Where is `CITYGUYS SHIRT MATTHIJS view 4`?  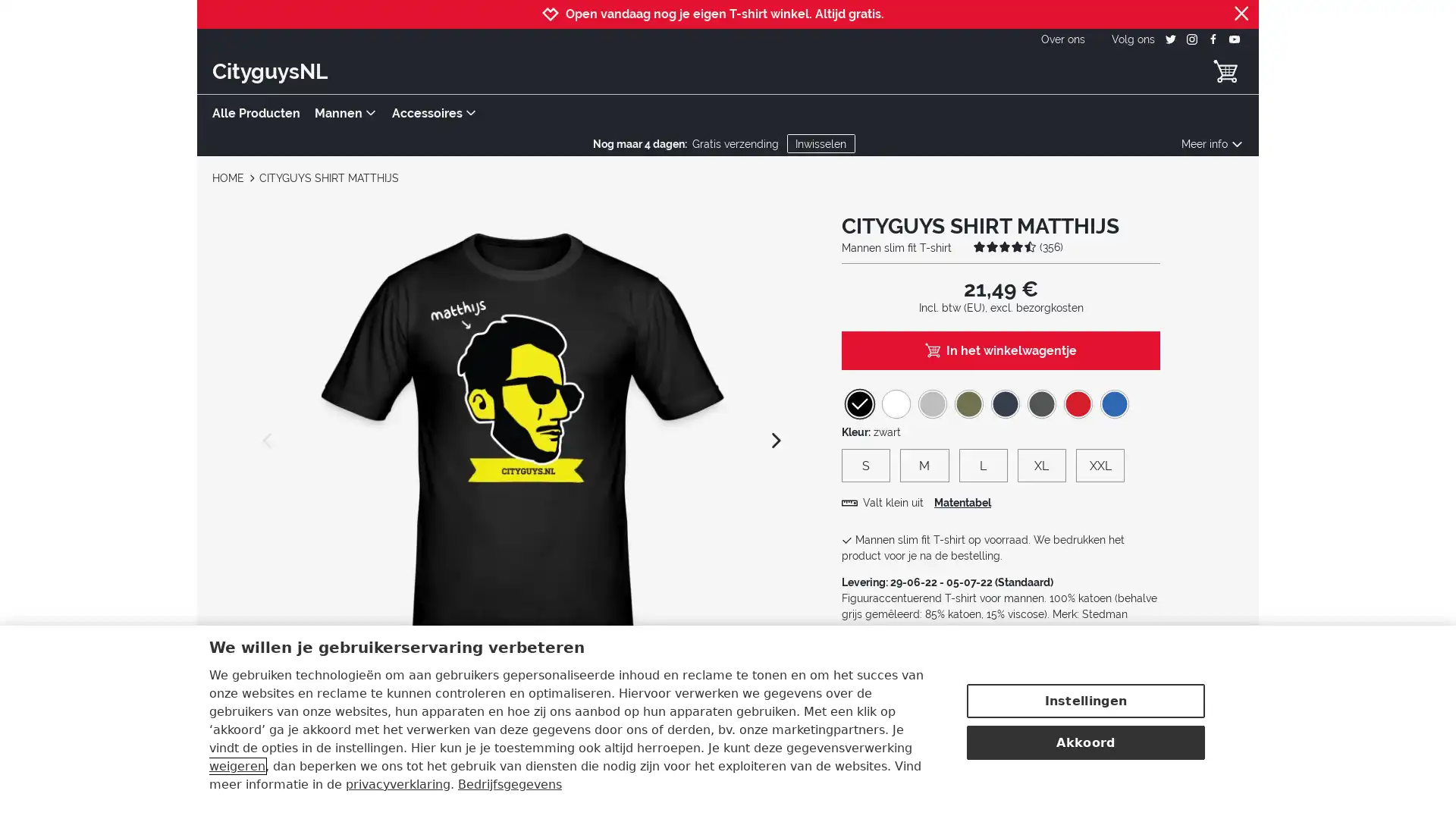
CITYGUYS SHIRT MATTHIJS view 4 is located at coordinates (584, 721).